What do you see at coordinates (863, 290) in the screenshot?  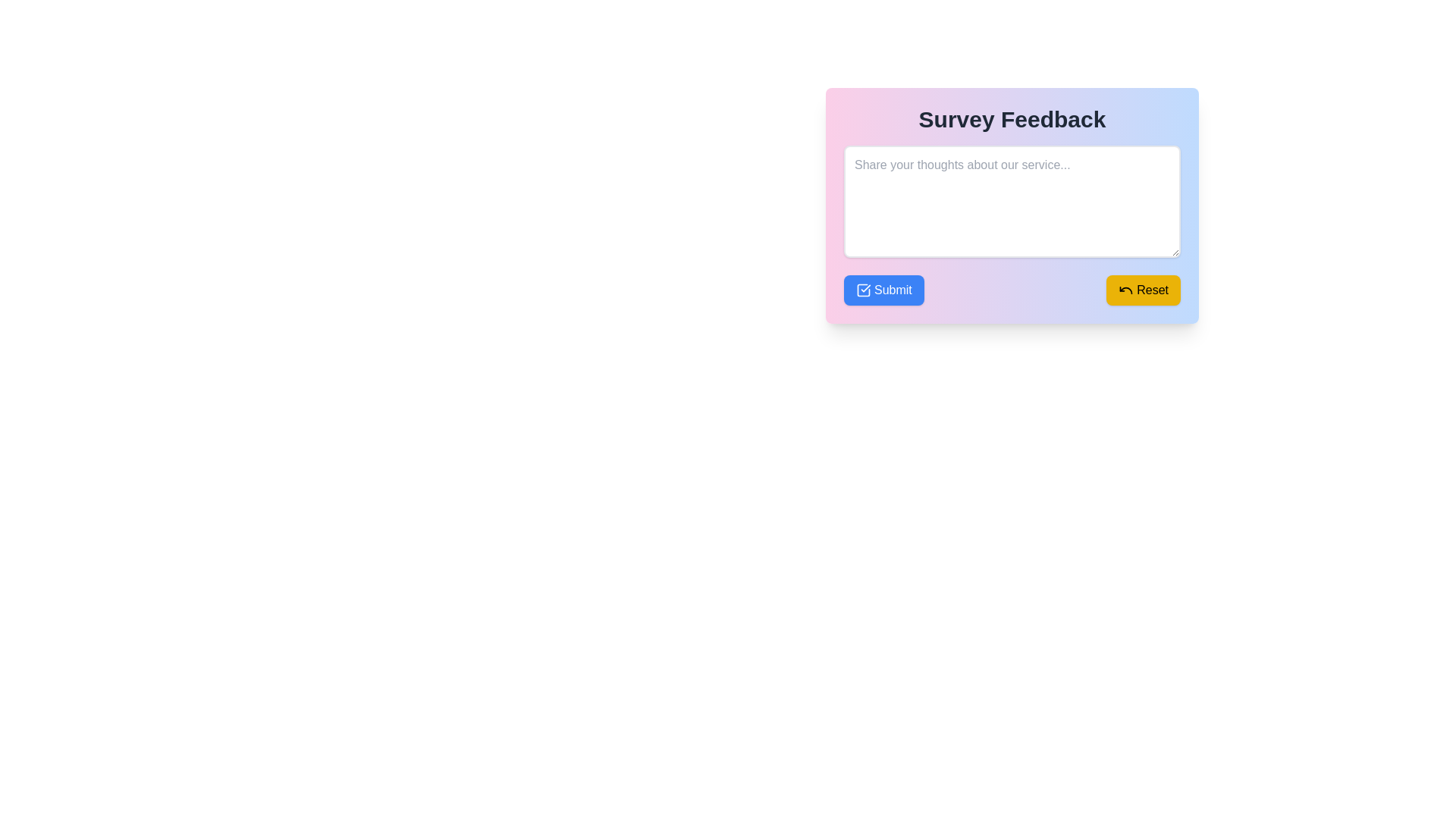 I see `the Decorative SVG element containing the checkmark within the blue 'Submit' button` at bounding box center [863, 290].